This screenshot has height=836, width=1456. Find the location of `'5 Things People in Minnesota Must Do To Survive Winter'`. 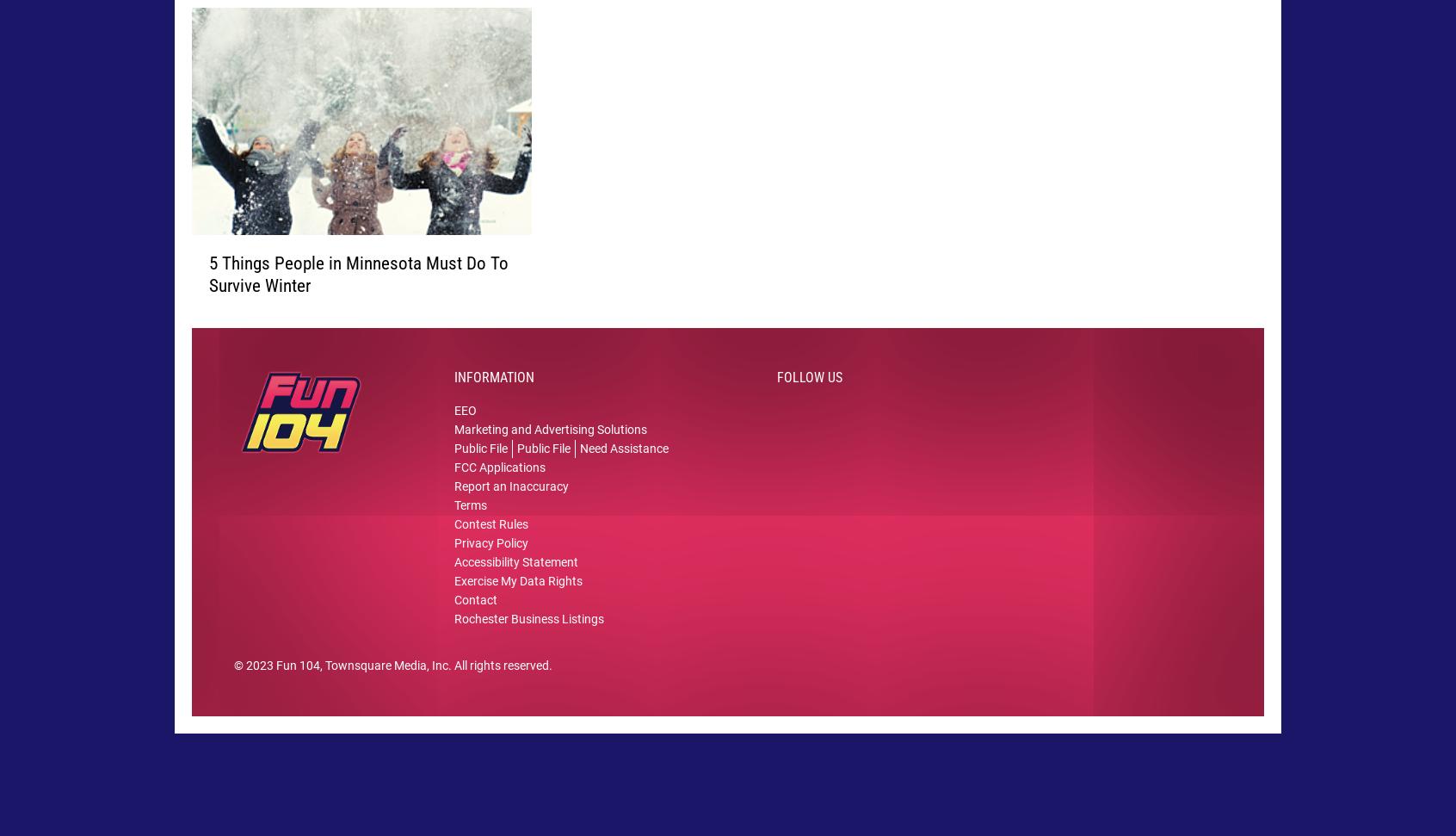

'5 Things People in Minnesota Must Do To Survive Winter' is located at coordinates (359, 301).